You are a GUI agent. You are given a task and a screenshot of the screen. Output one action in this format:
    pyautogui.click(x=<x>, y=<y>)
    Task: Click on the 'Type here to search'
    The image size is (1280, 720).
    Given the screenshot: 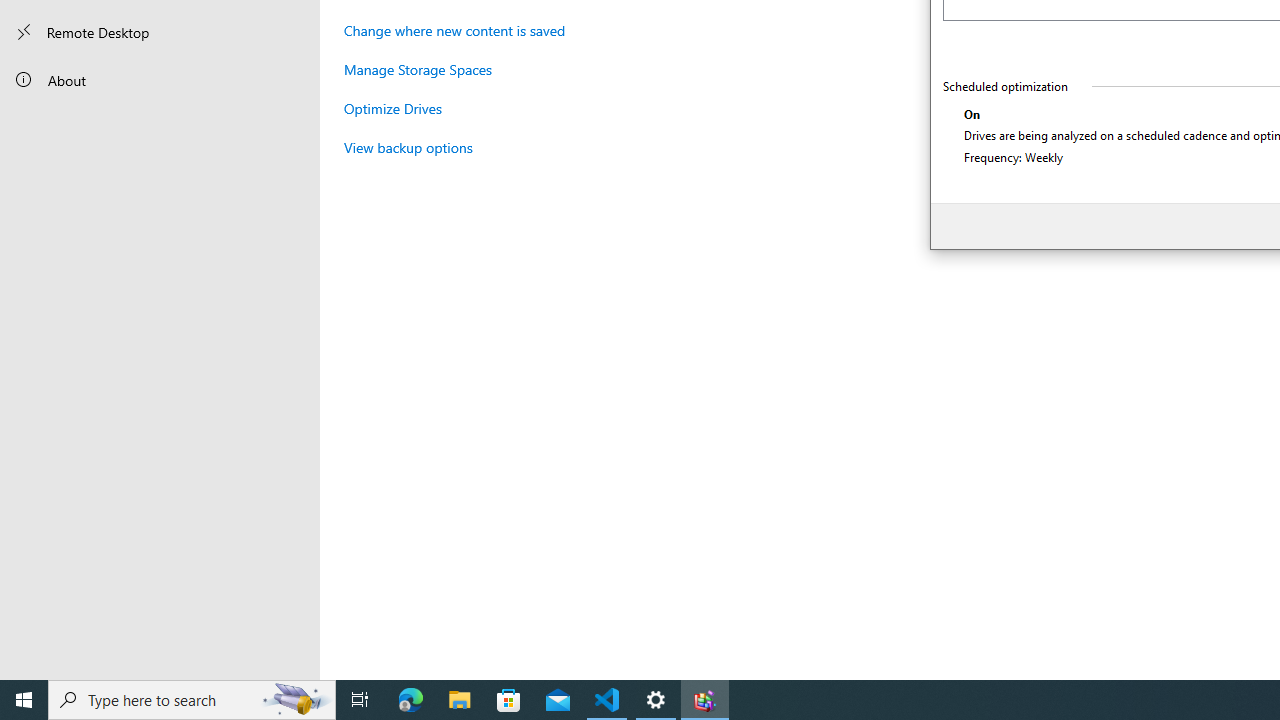 What is the action you would take?
    pyautogui.click(x=192, y=698)
    